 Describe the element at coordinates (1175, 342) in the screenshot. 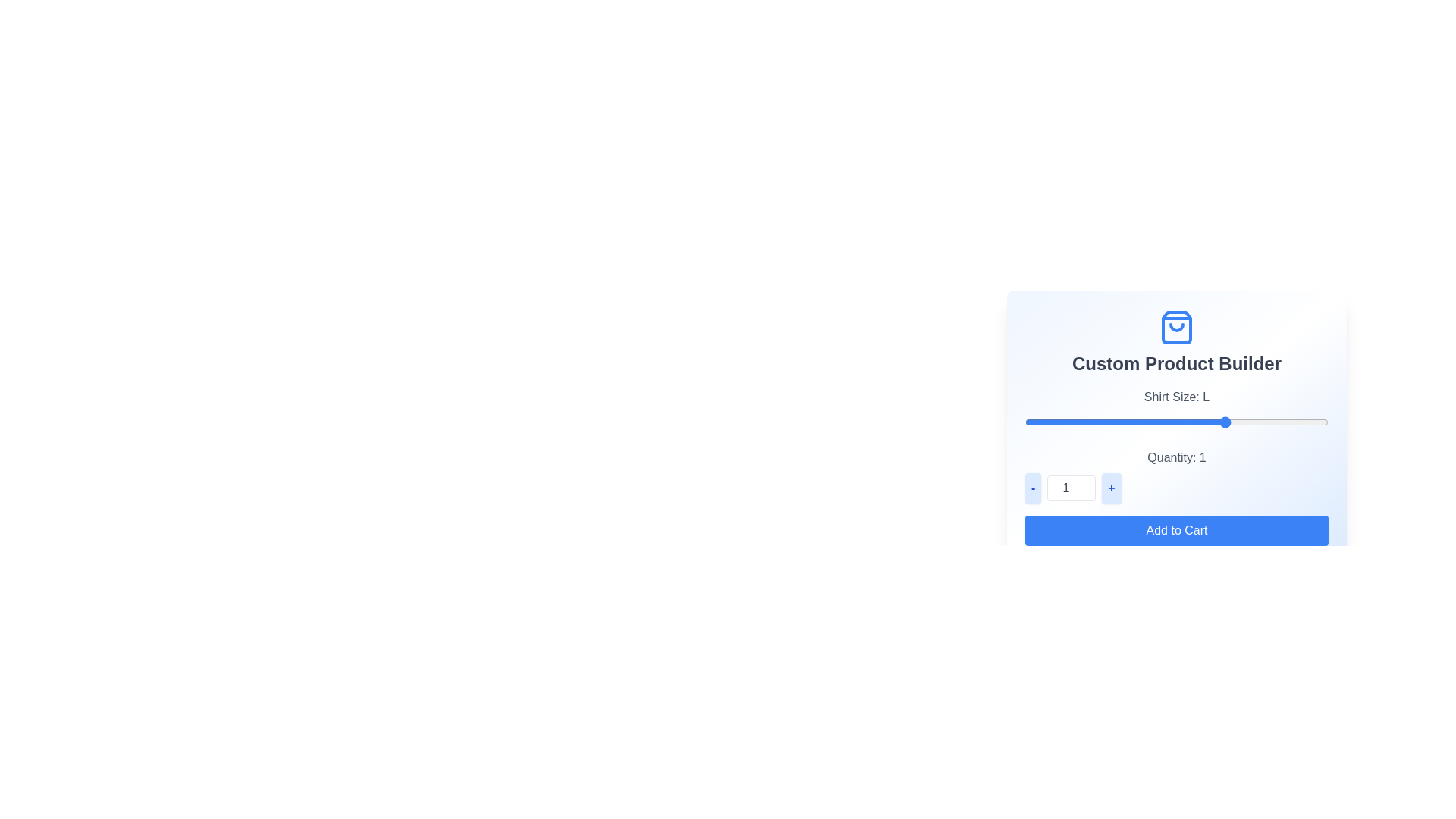

I see `the Header displaying 'Custom Product Builder' with a shopping bag icon above it` at that location.